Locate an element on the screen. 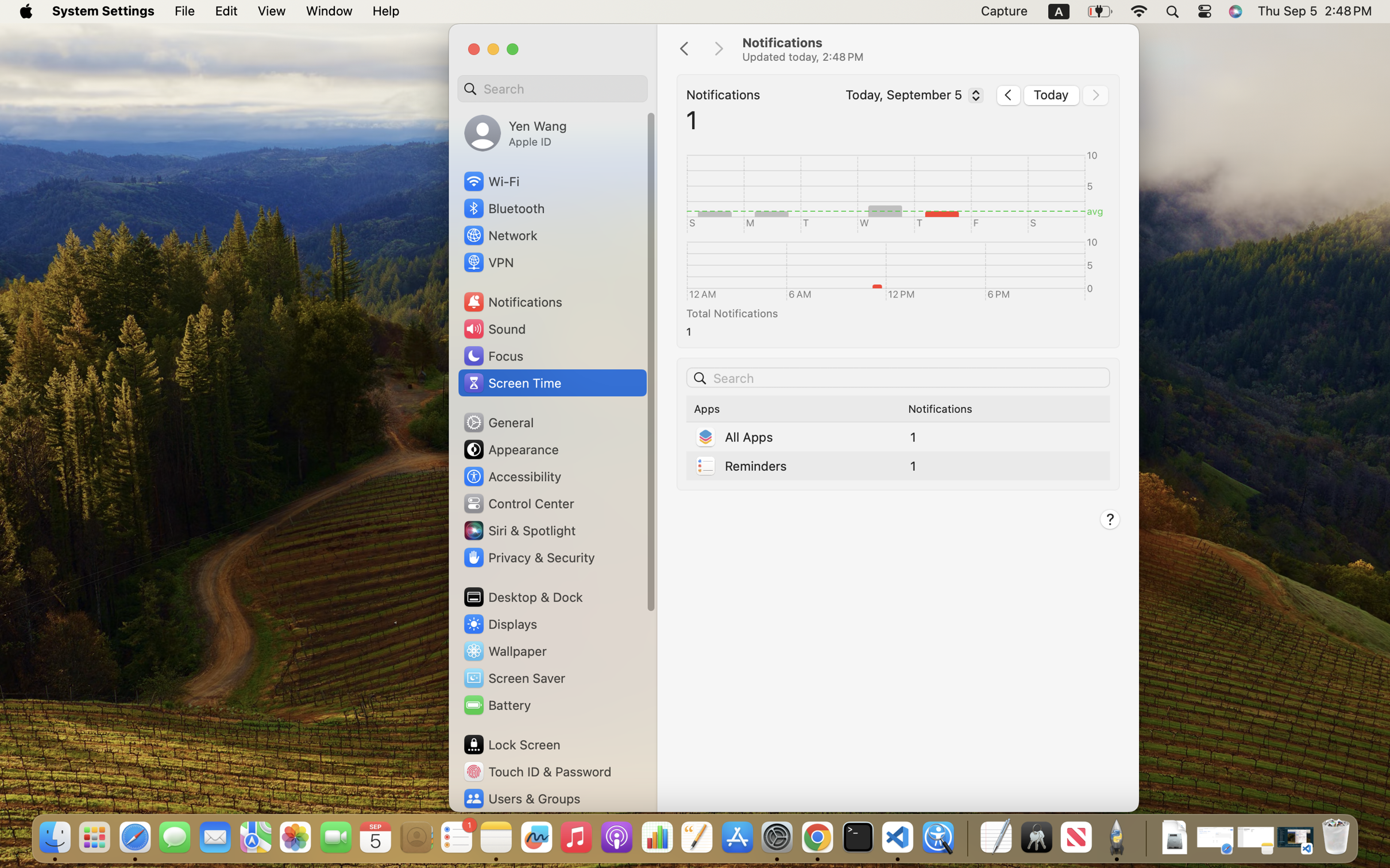 The width and height of the screenshot is (1390, 868). 'Wallpaper' is located at coordinates (503, 651).